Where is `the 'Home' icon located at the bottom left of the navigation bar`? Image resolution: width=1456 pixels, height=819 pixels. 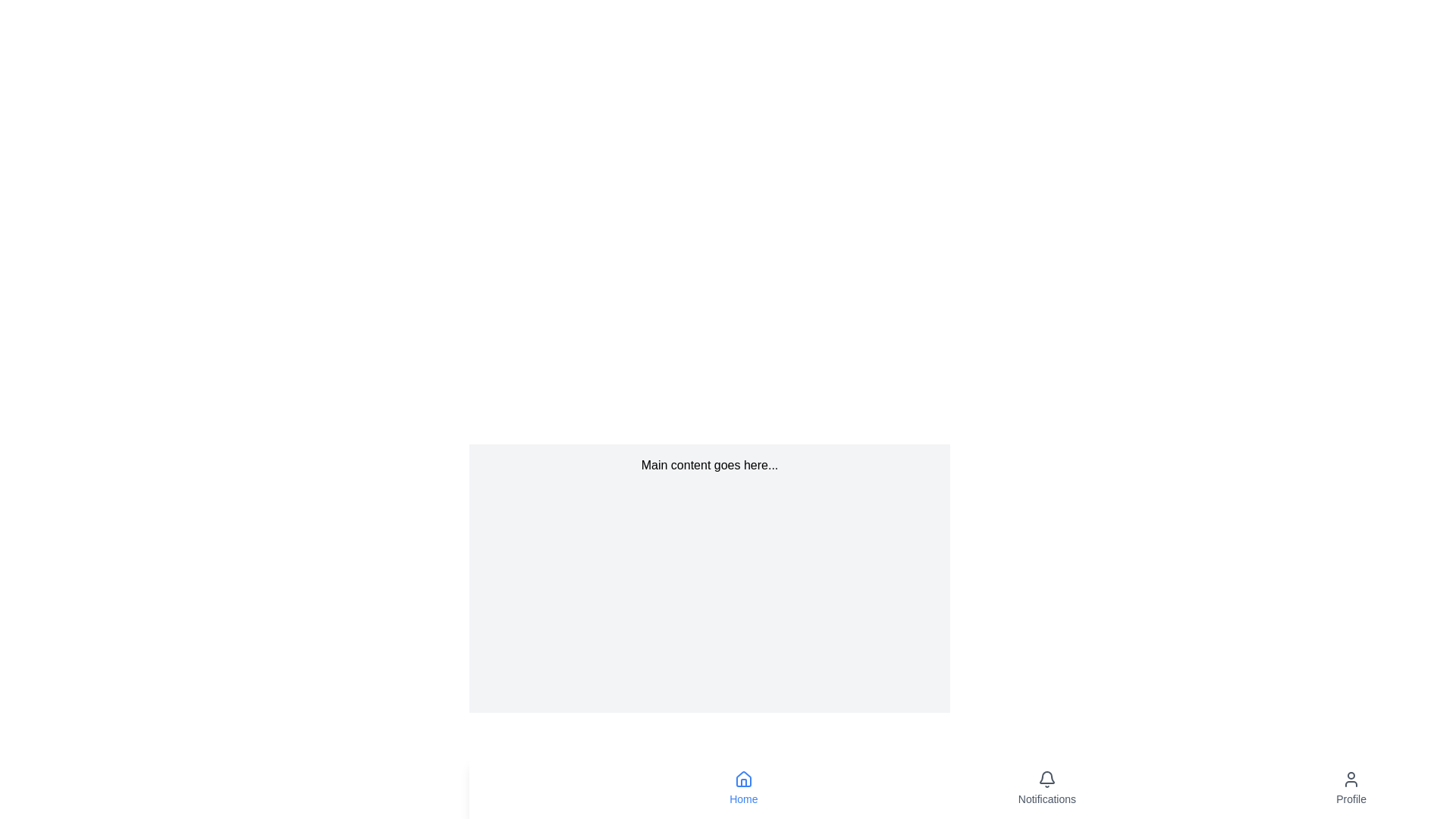 the 'Home' icon located at the bottom left of the navigation bar is located at coordinates (743, 779).